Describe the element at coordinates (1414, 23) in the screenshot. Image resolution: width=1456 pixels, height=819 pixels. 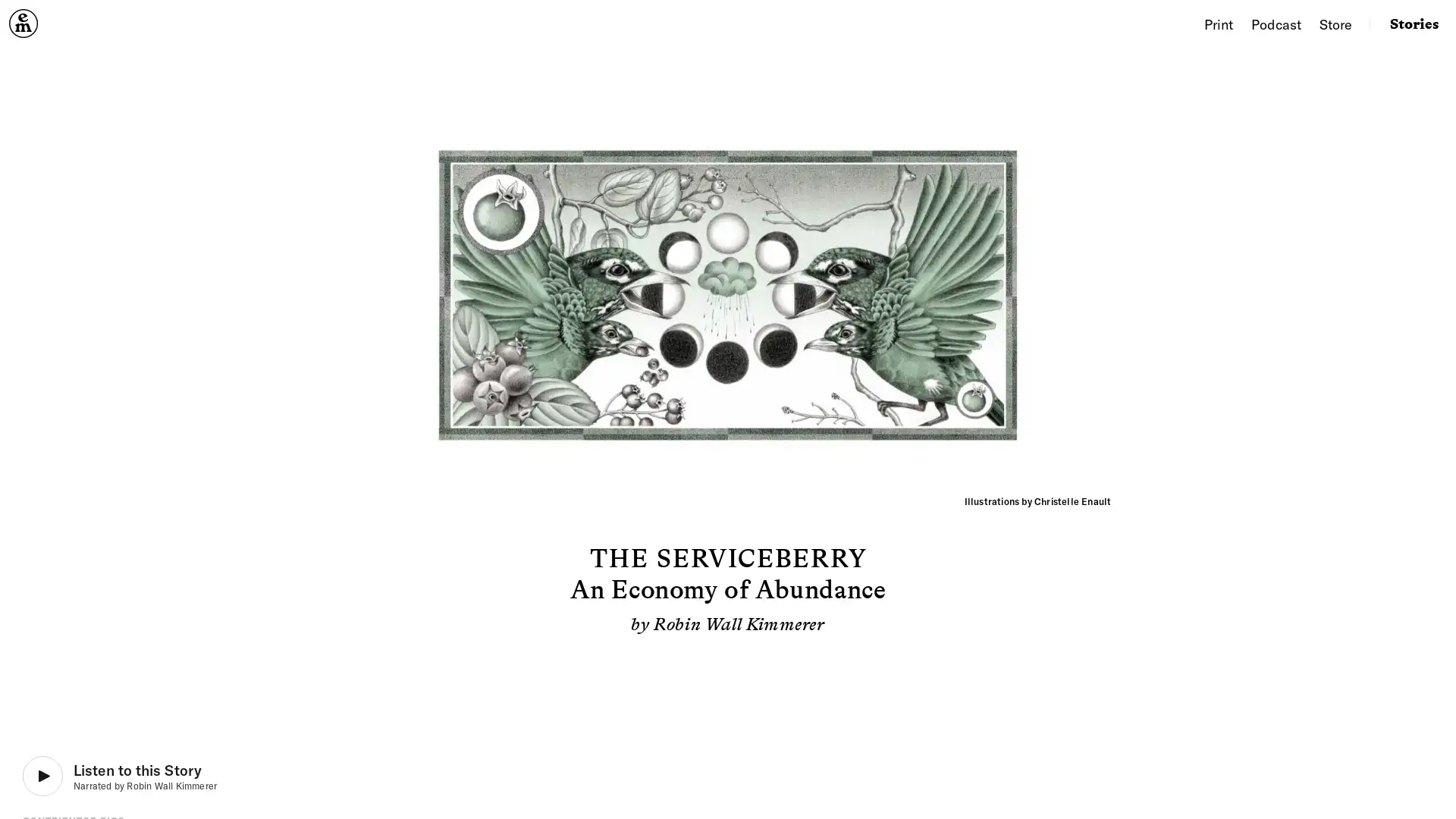
I see `Stories` at that location.